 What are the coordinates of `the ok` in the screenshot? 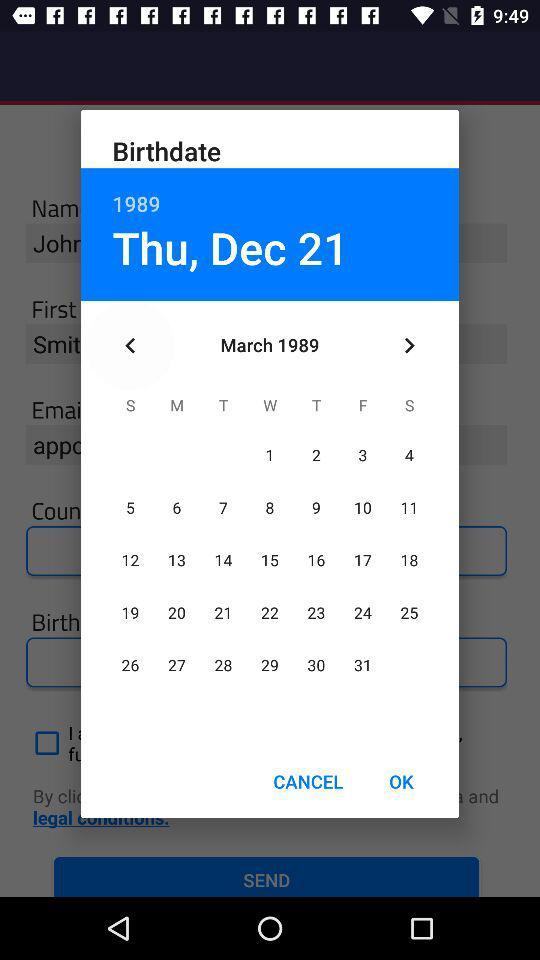 It's located at (401, 781).